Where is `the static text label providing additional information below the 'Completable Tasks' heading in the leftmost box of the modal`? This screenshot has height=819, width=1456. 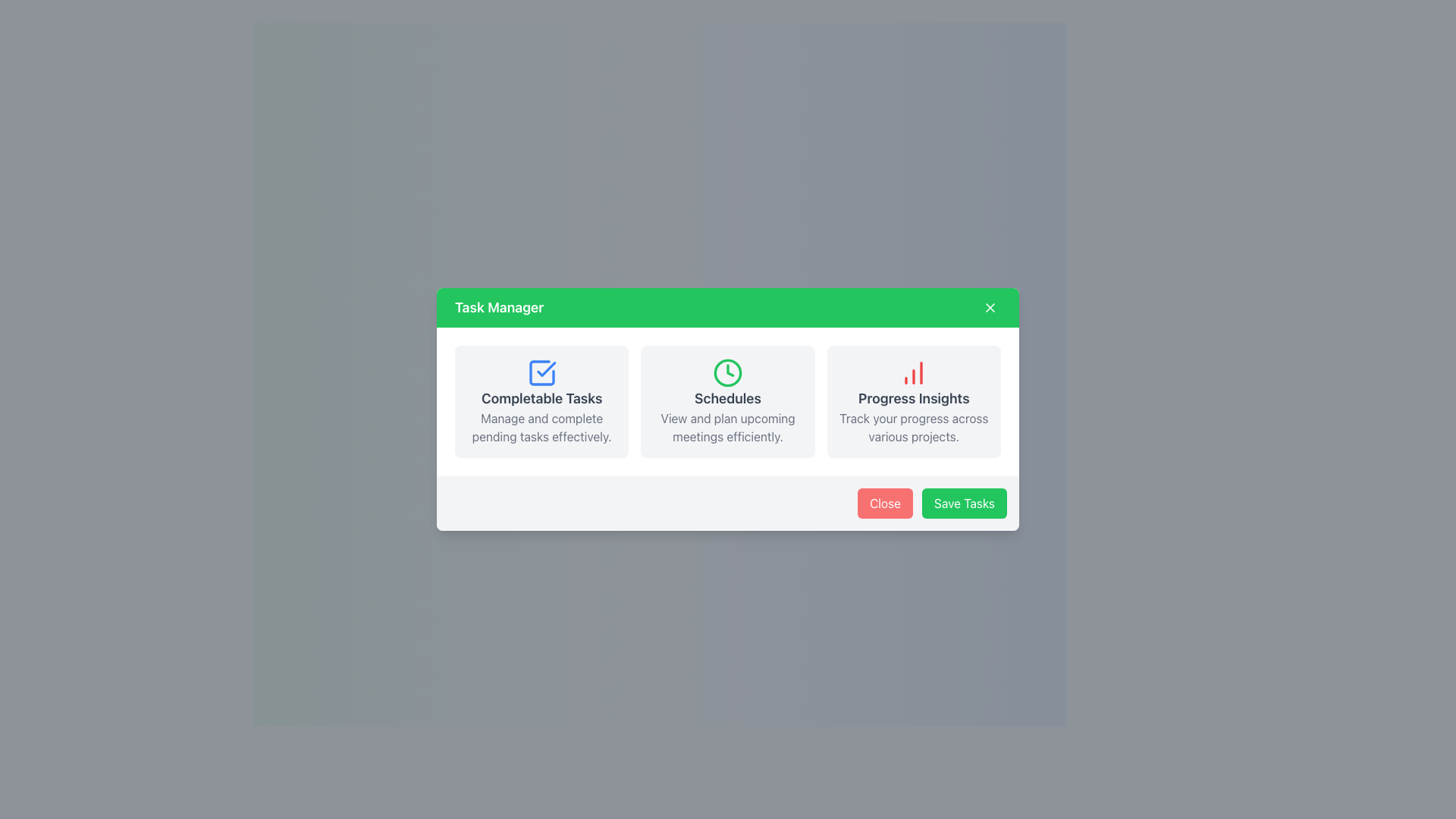 the static text label providing additional information below the 'Completable Tasks' heading in the leftmost box of the modal is located at coordinates (541, 427).